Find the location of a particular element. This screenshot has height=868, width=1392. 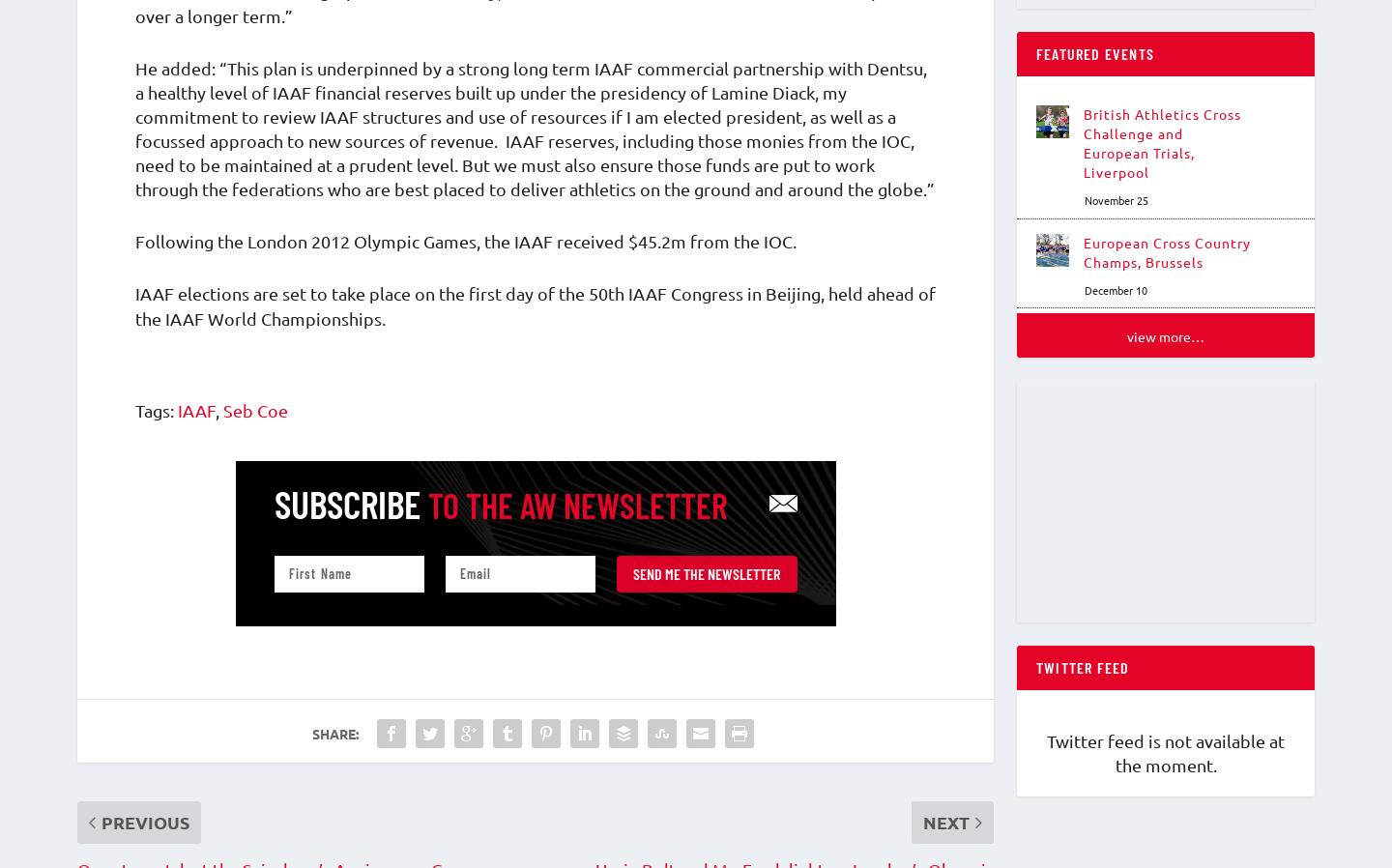

'Twitter Feed' is located at coordinates (1082, 677).